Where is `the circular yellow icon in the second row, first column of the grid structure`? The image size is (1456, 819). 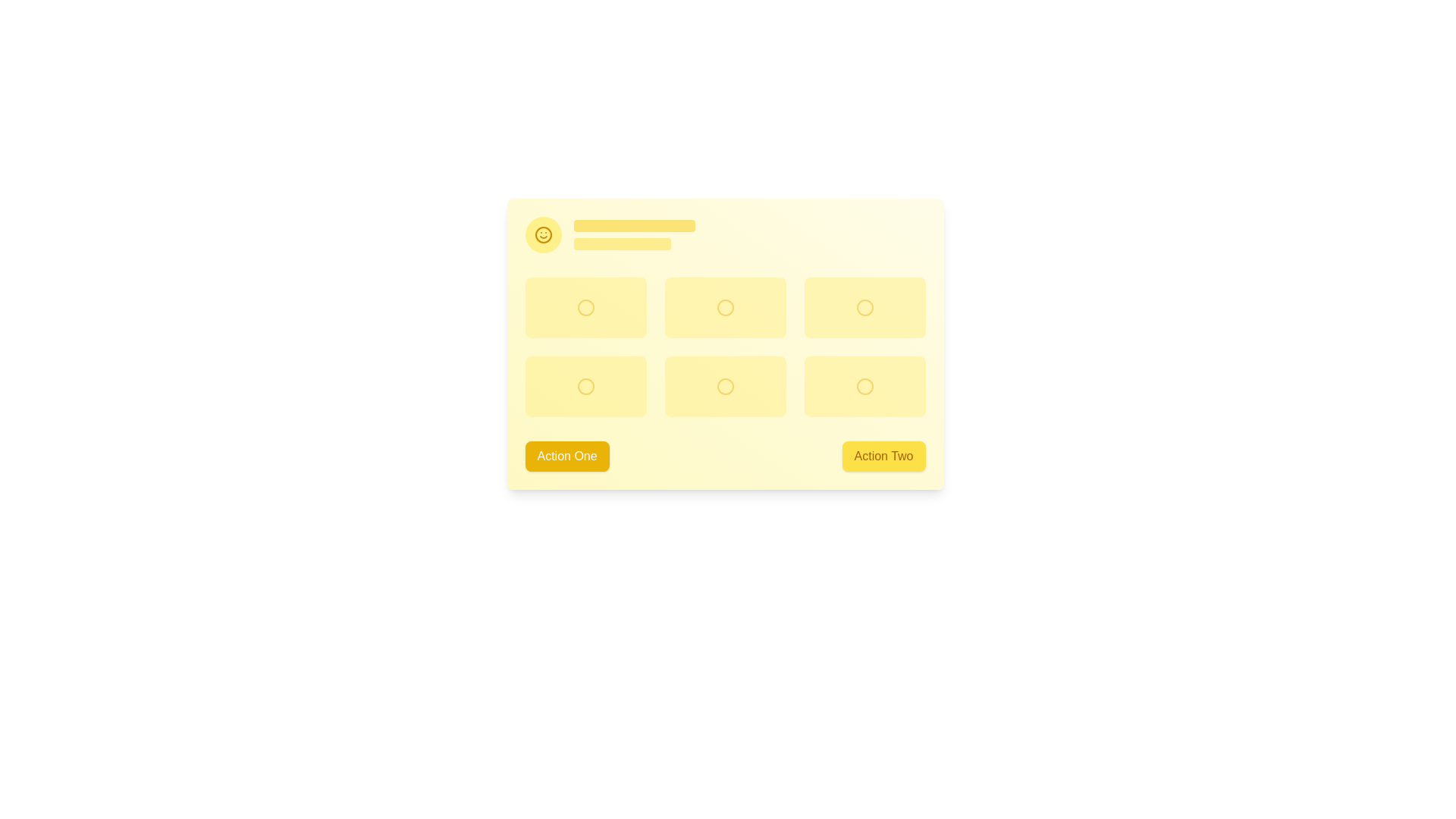 the circular yellow icon in the second row, first column of the grid structure is located at coordinates (585, 385).